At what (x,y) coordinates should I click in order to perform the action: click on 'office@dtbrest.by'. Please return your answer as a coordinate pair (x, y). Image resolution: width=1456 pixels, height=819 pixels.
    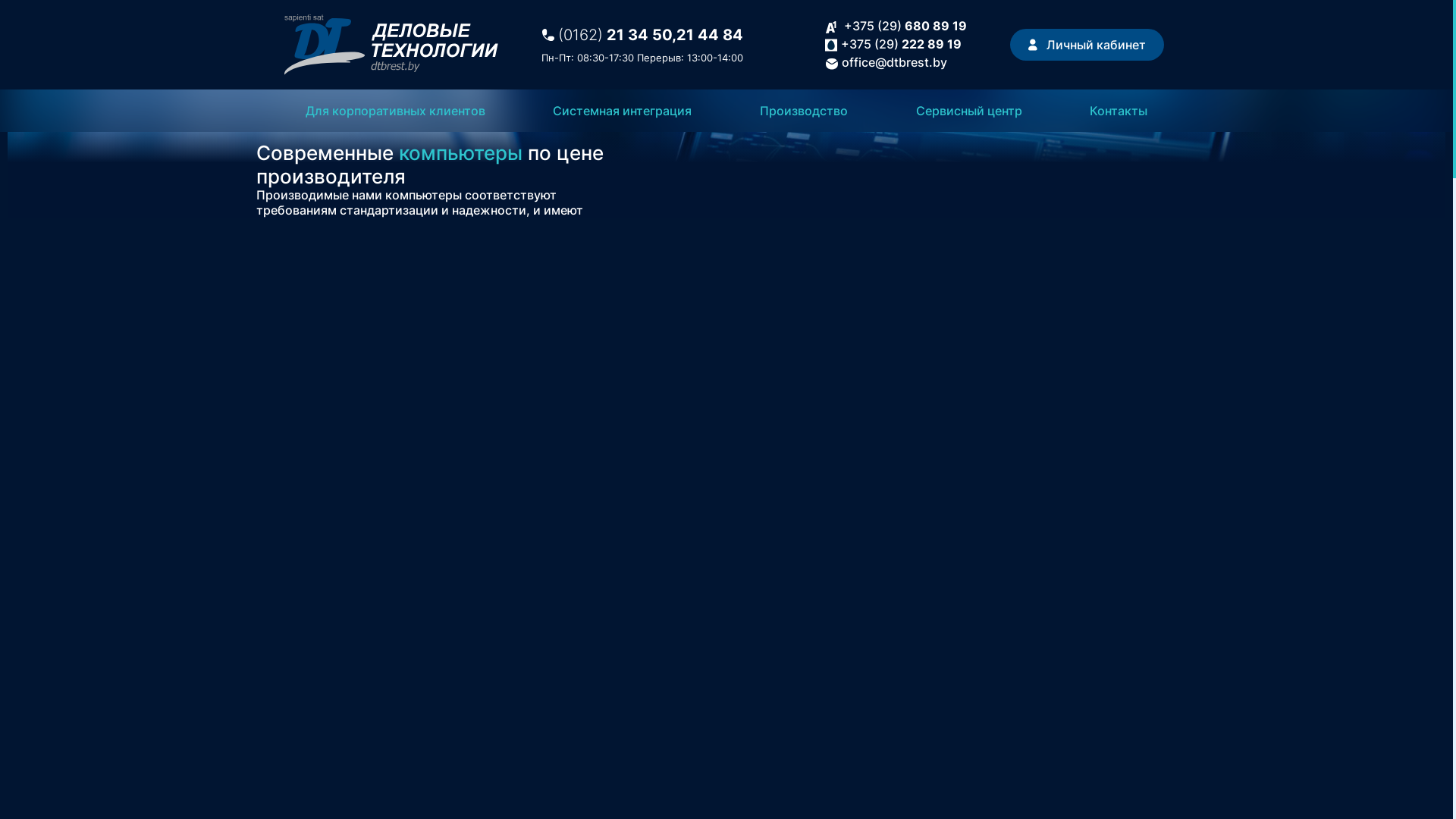
    Looking at the image, I should click on (894, 61).